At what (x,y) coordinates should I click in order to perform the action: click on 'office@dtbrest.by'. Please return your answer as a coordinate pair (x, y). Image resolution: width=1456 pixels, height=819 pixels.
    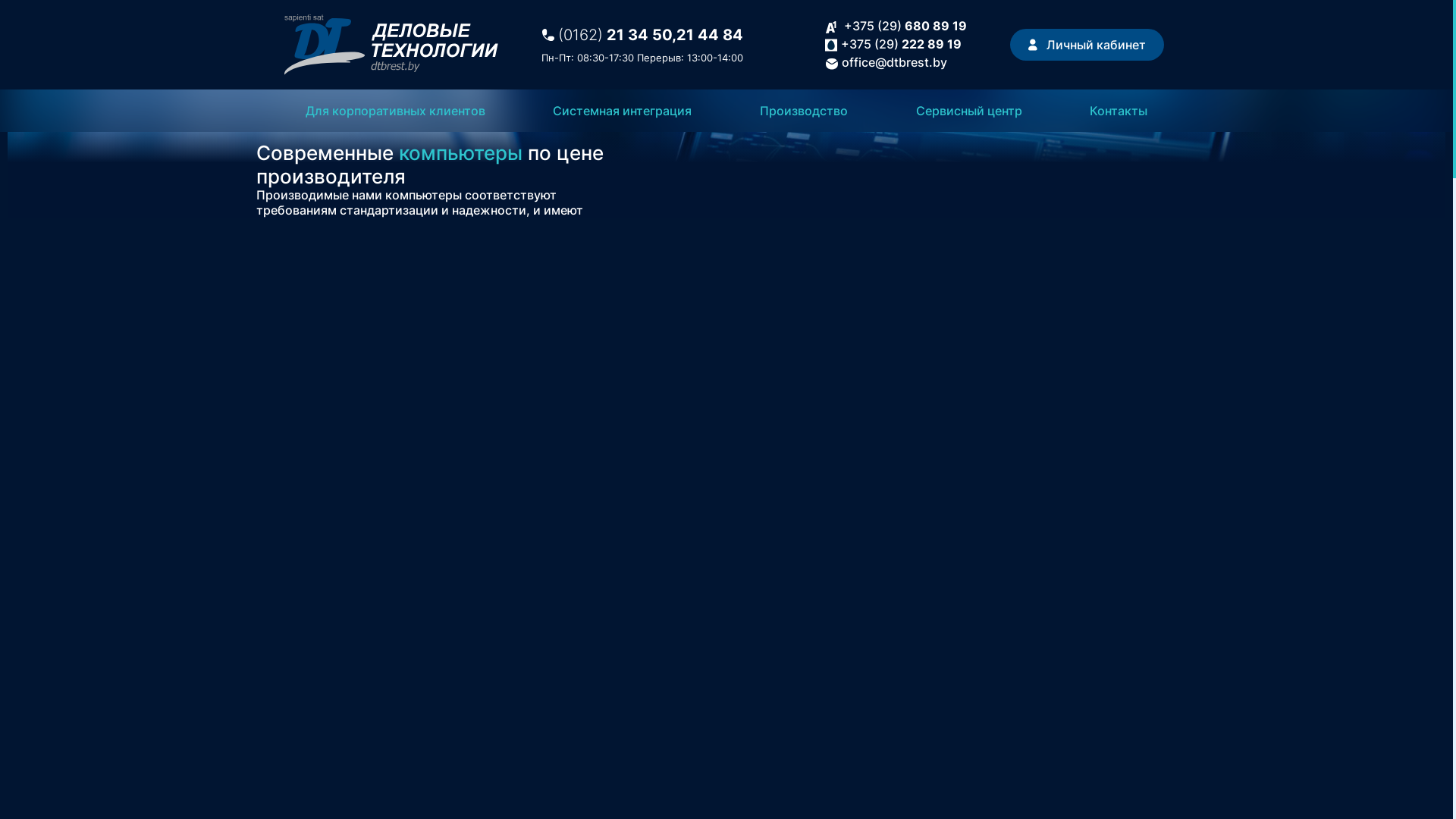
    Looking at the image, I should click on (894, 61).